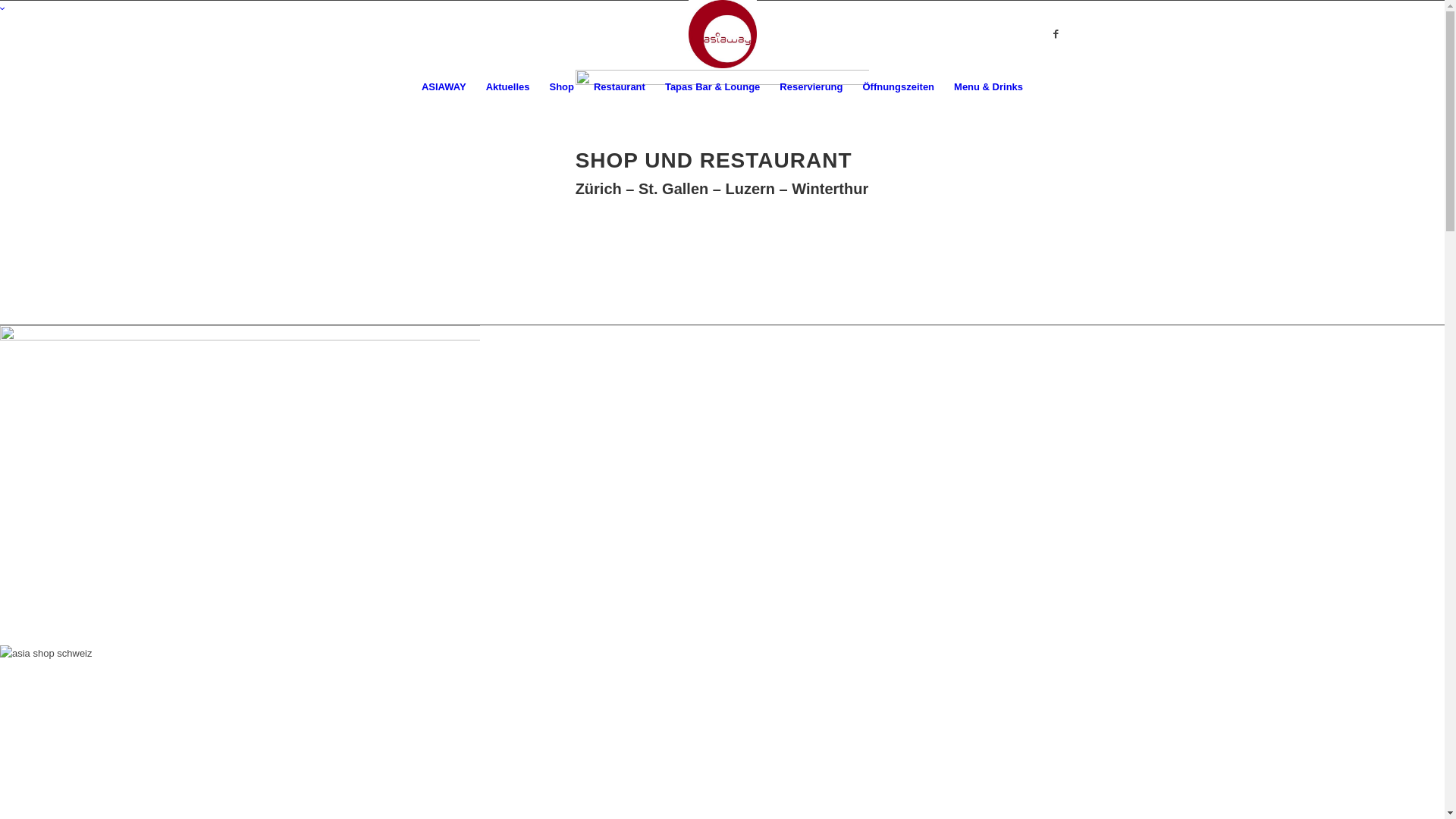 The image size is (1456, 819). I want to click on 'Restaurant', so click(619, 87).